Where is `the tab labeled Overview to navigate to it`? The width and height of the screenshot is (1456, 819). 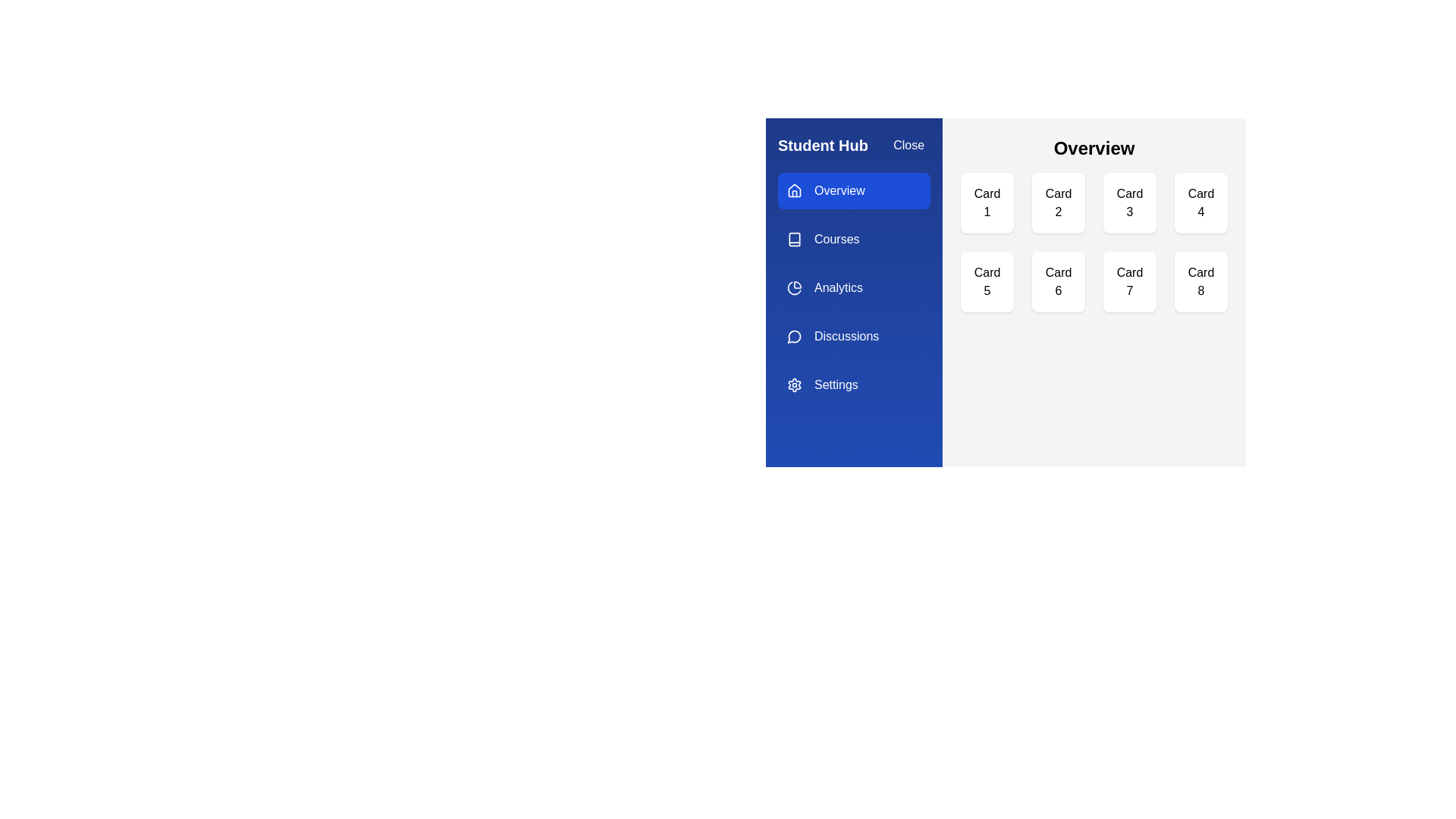
the tab labeled Overview to navigate to it is located at coordinates (854, 190).